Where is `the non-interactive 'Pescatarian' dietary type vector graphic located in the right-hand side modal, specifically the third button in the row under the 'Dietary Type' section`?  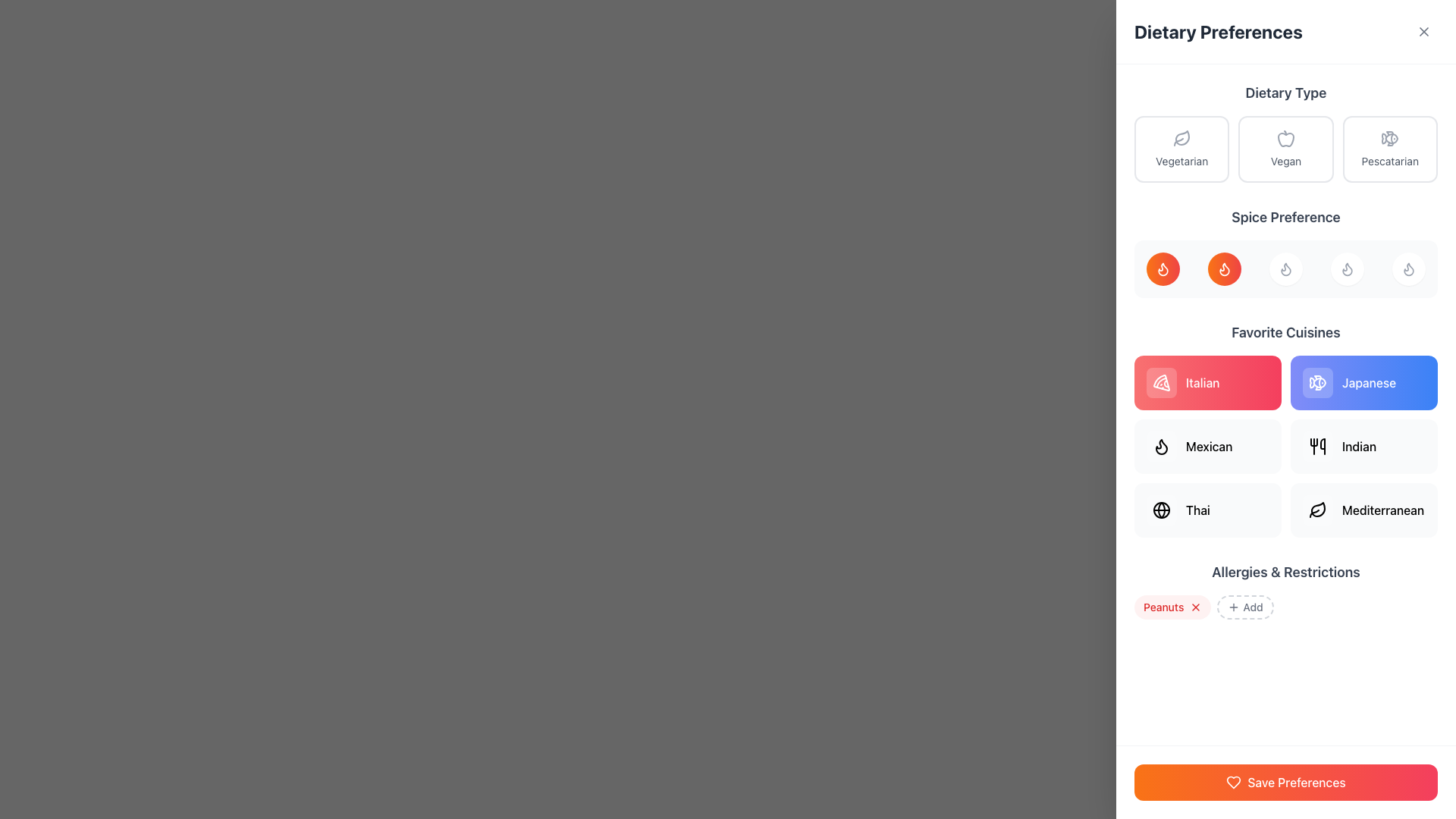 the non-interactive 'Pescatarian' dietary type vector graphic located in the right-hand side modal, specifically the third button in the row under the 'Dietary Type' section is located at coordinates (1392, 138).